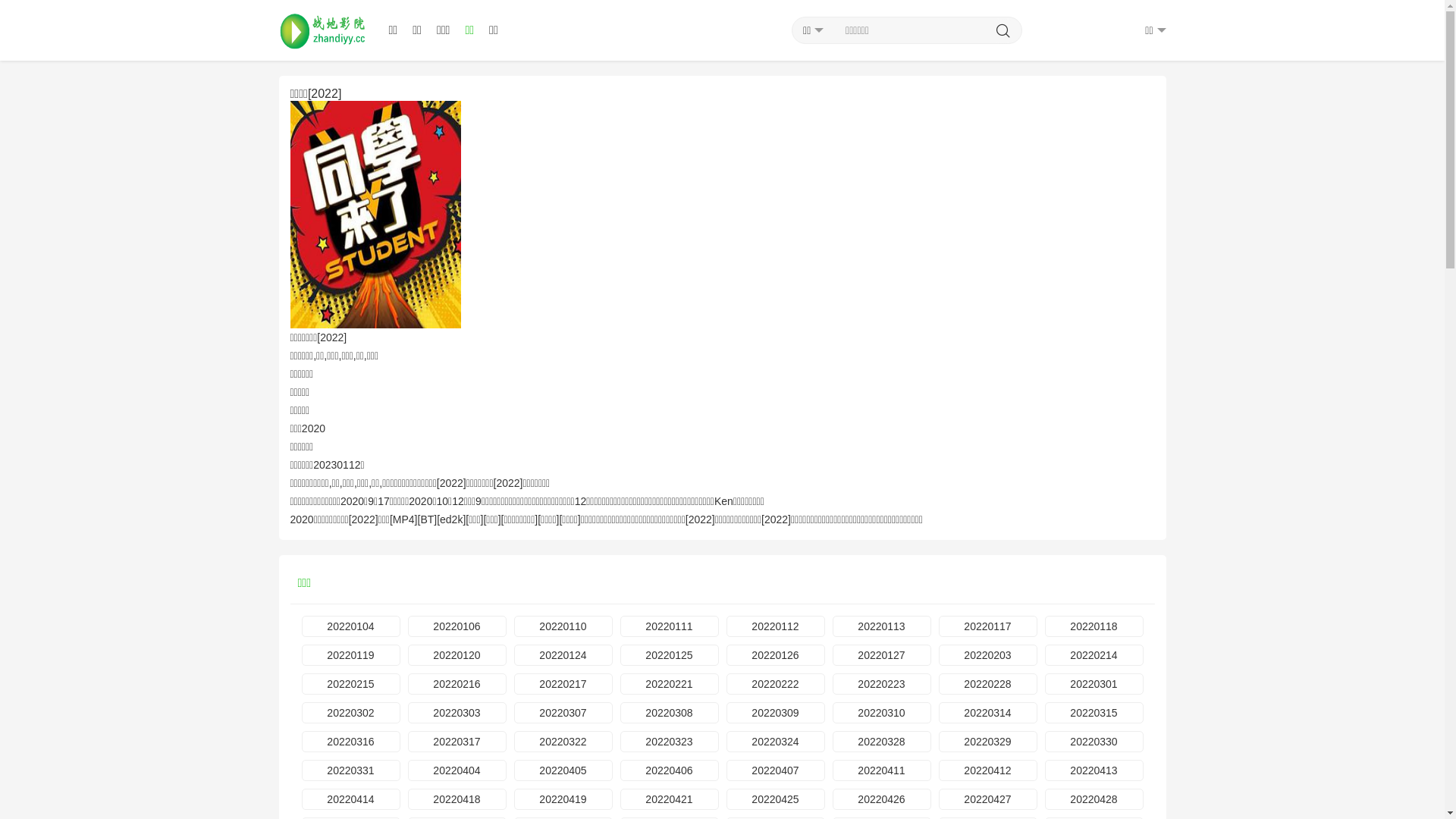 The height and width of the screenshot is (819, 1456). I want to click on '20220127', so click(881, 654).